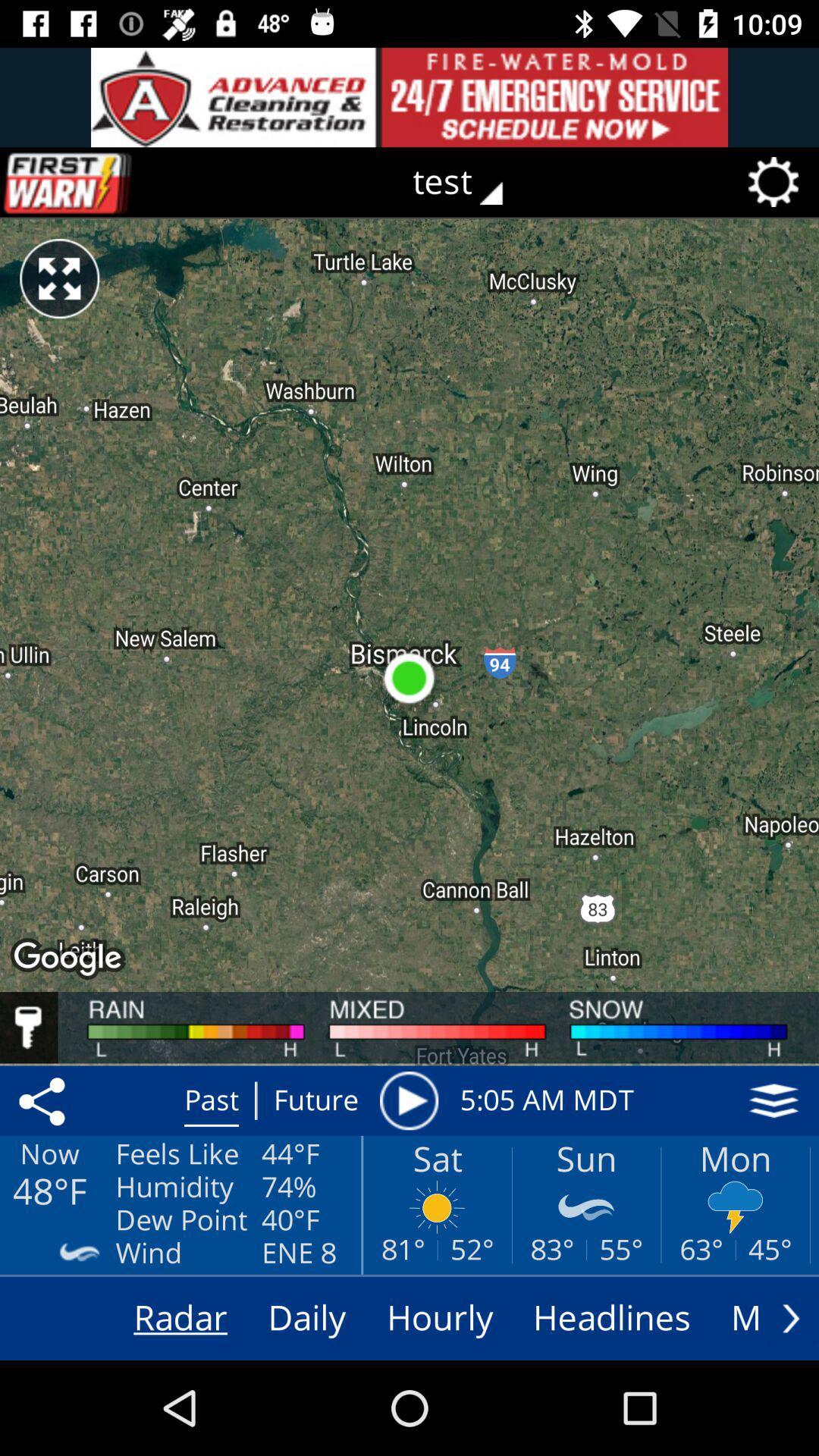 The width and height of the screenshot is (819, 1456). Describe the element at coordinates (408, 1100) in the screenshot. I see `item next to the 5 05 am icon` at that location.